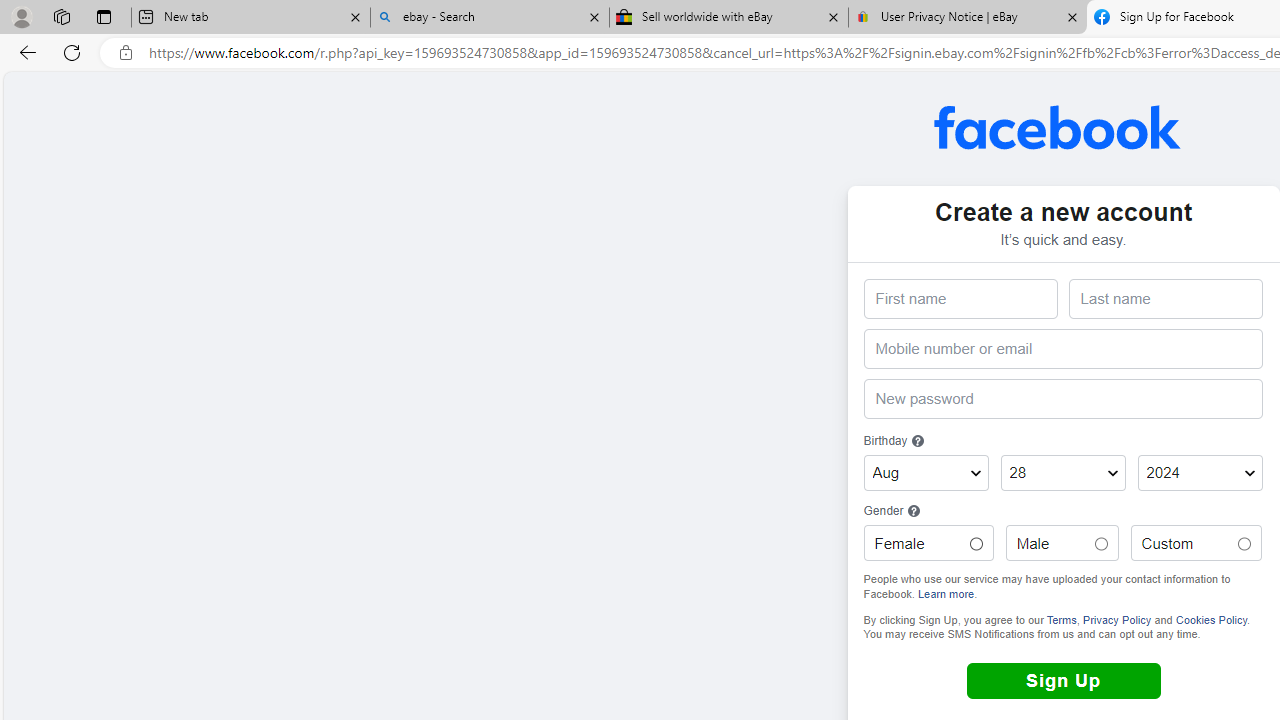  Describe the element at coordinates (1062, 680) in the screenshot. I see `'Sign Up'` at that location.